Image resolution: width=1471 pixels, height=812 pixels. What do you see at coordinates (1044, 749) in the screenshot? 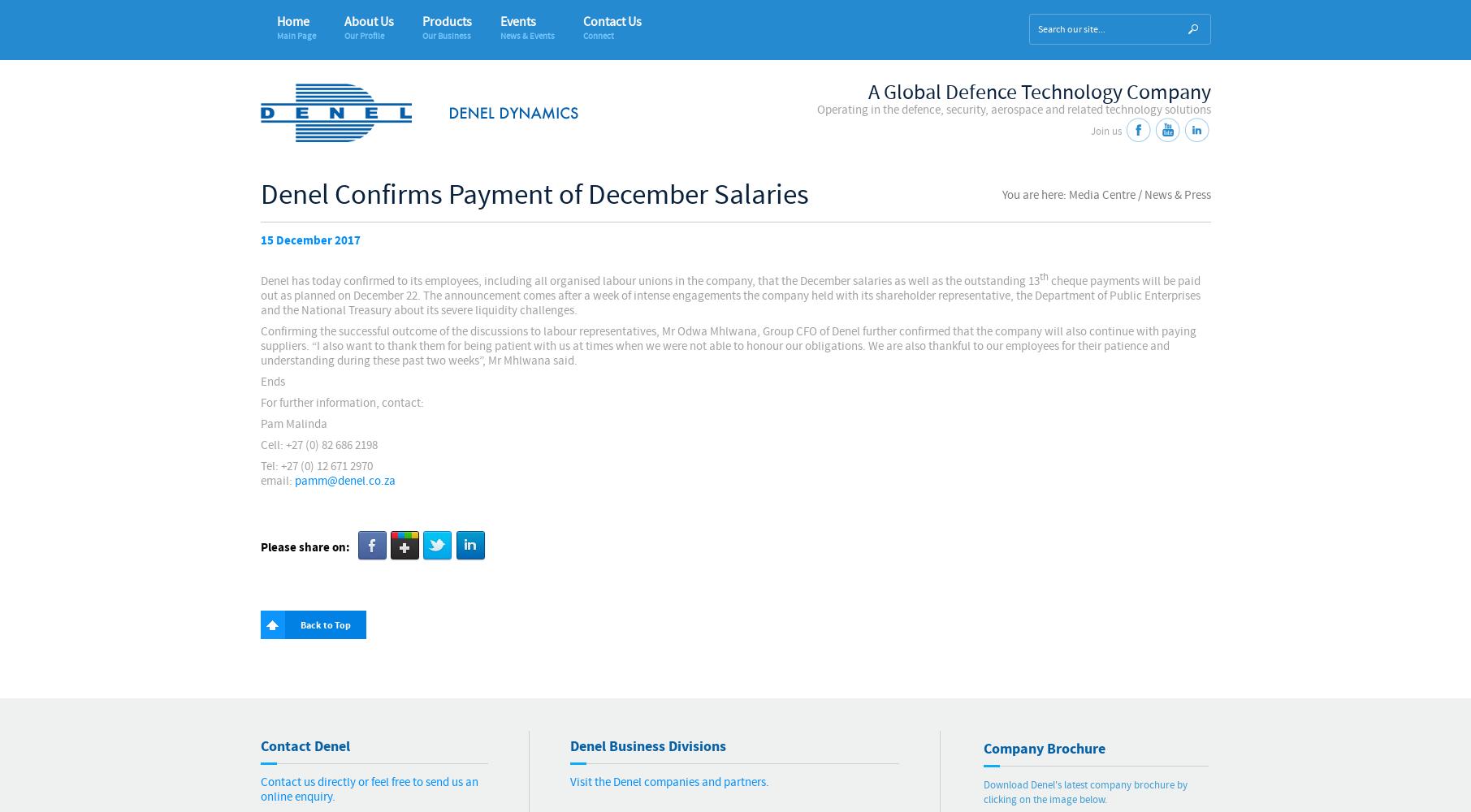
I see `'Company Brochure'` at bounding box center [1044, 749].